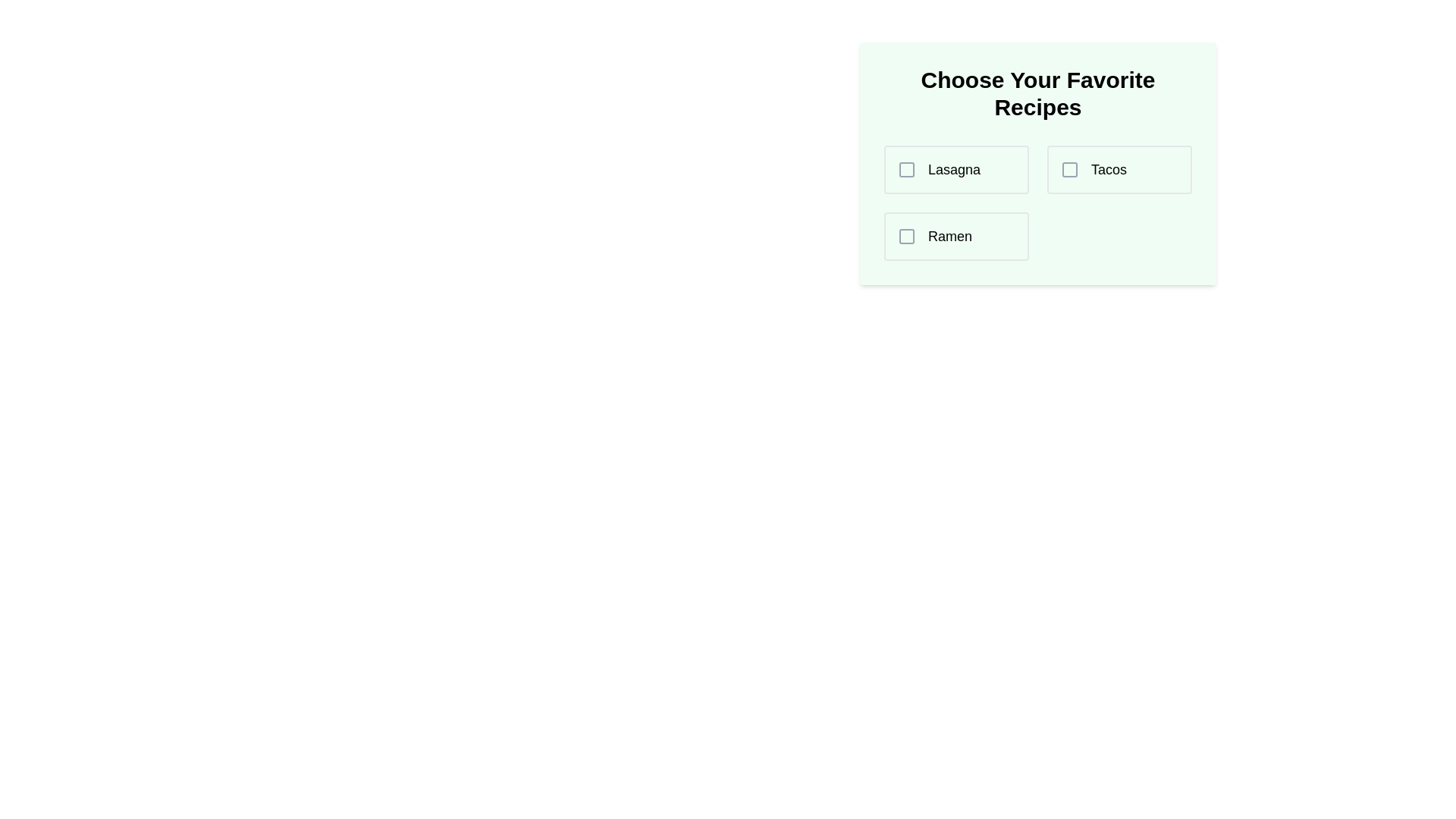 Image resolution: width=1456 pixels, height=819 pixels. What do you see at coordinates (906, 237) in the screenshot?
I see `the indicator within the checkbox associated with the text 'Ramen'` at bounding box center [906, 237].